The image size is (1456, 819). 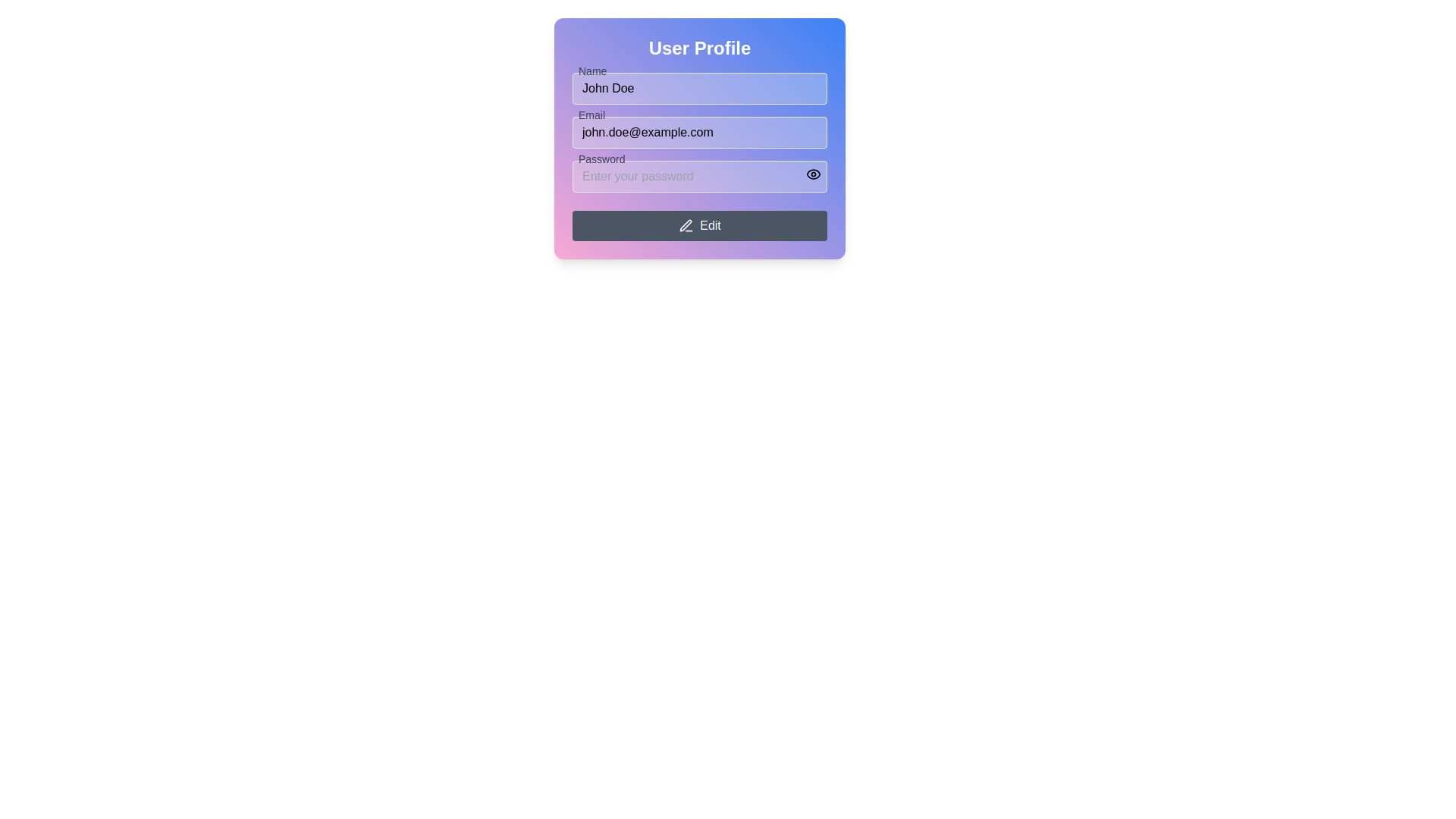 I want to click on header text labeled 'User Profile', which is styled with large bold white font and located at the top-center of the colorful card, so click(x=698, y=48).